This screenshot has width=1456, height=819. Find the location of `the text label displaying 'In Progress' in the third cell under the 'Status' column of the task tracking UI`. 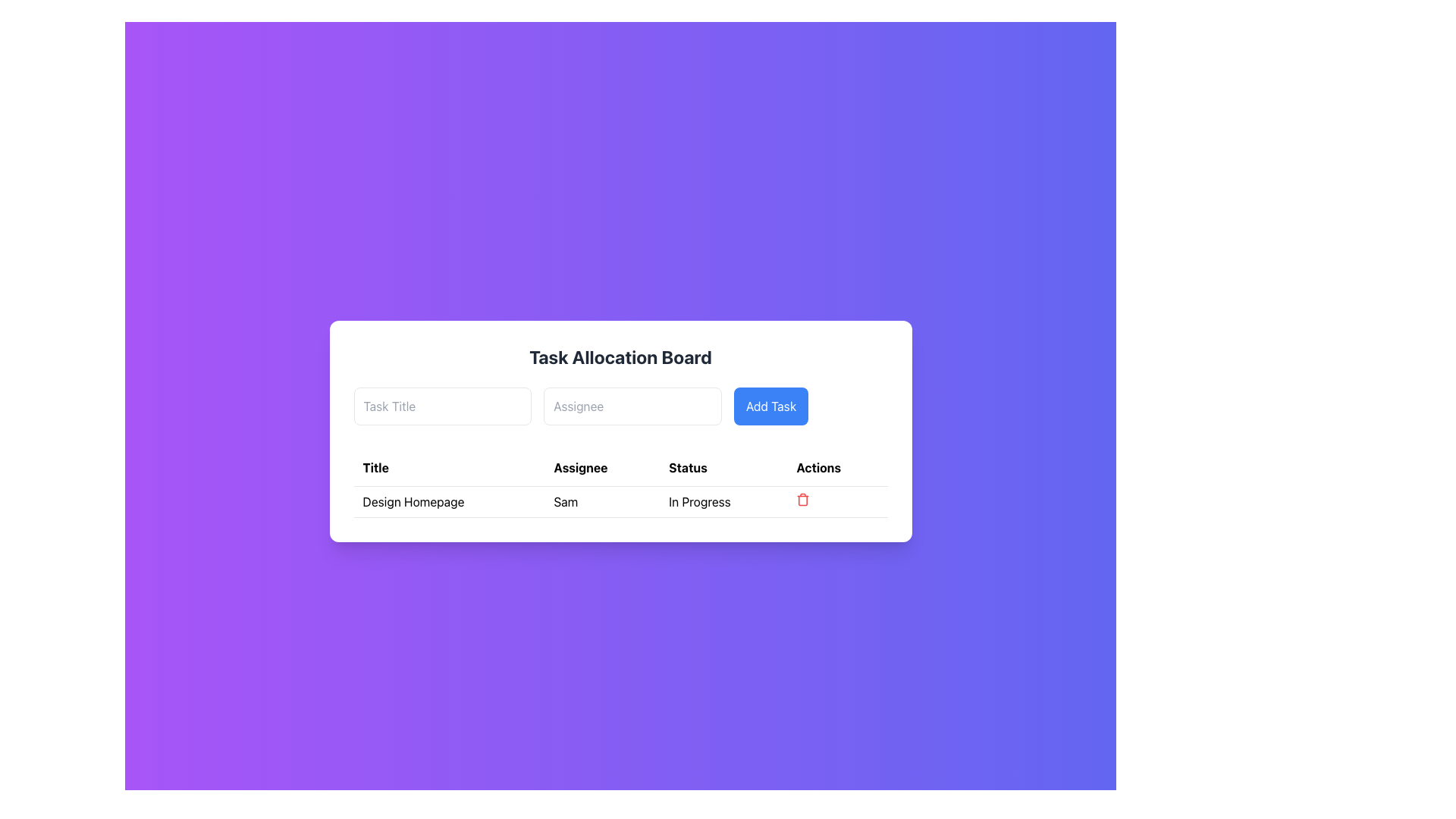

the text label displaying 'In Progress' in the third cell under the 'Status' column of the task tracking UI is located at coordinates (723, 502).